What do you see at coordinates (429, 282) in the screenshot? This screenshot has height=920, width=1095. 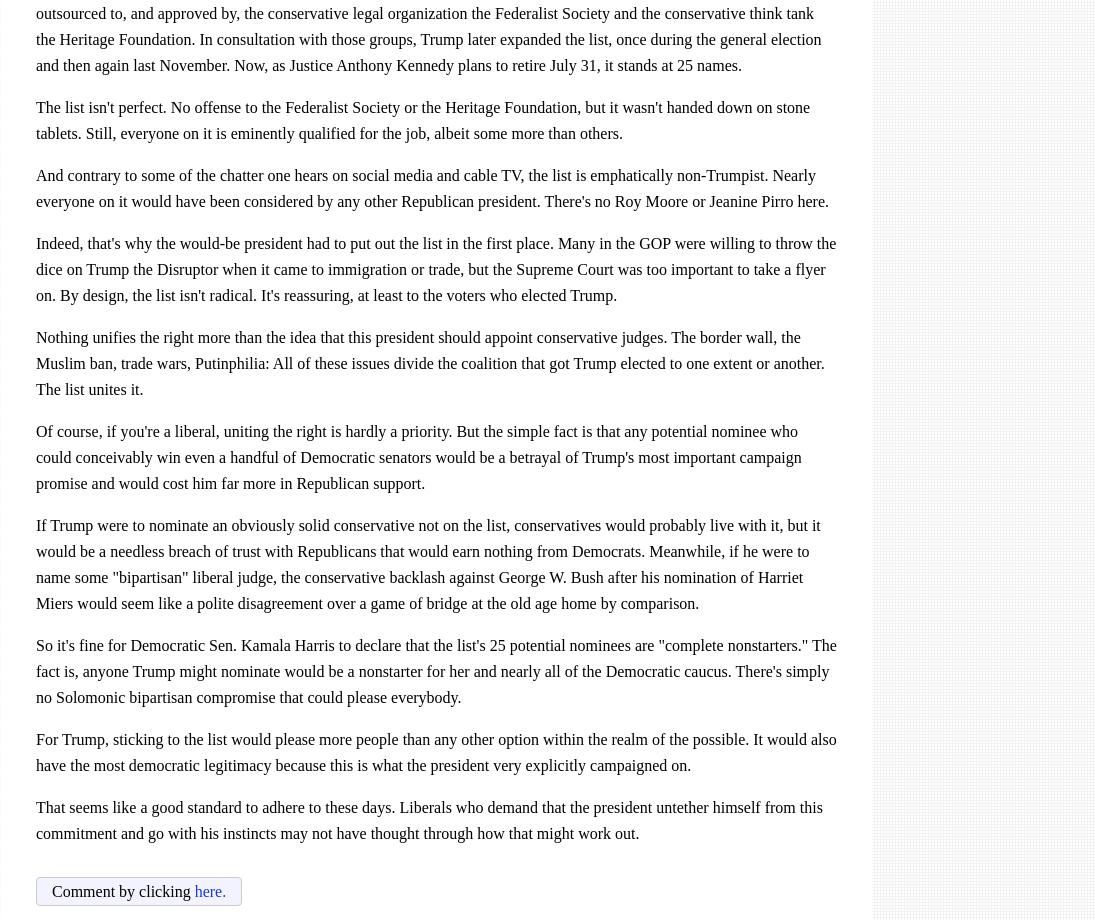 I see `'was too important to take a flyer on. By design, the list isn't radical. It's reassuring, at least to the voters who elected Trump.'` at bounding box center [429, 282].